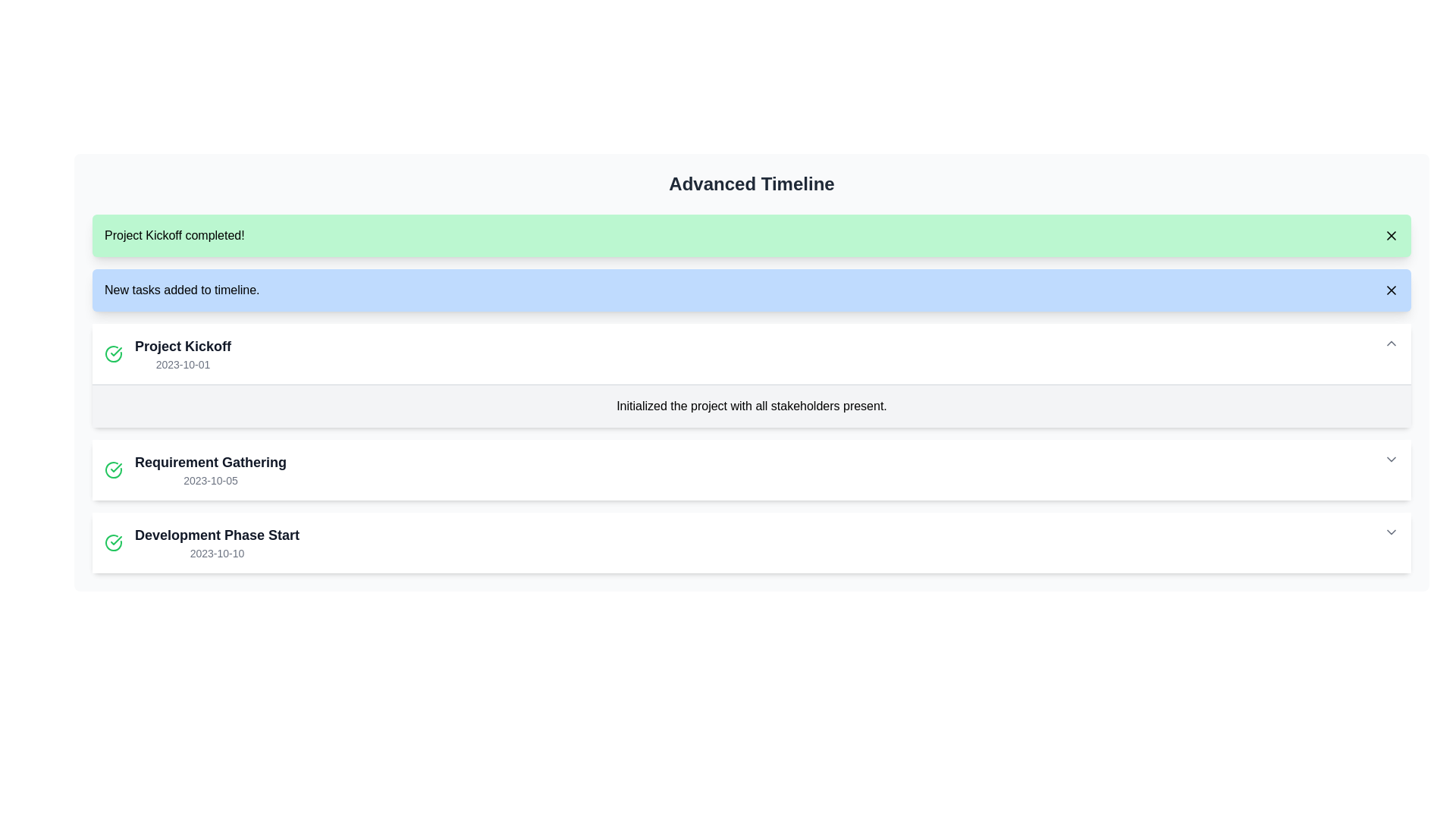 The height and width of the screenshot is (819, 1456). Describe the element at coordinates (1391, 458) in the screenshot. I see `the interactive toggle icon, which is a downward-pointing gray chevron that changes to blue when hovered, located next to the 'Requirement Gathering' text box` at that location.